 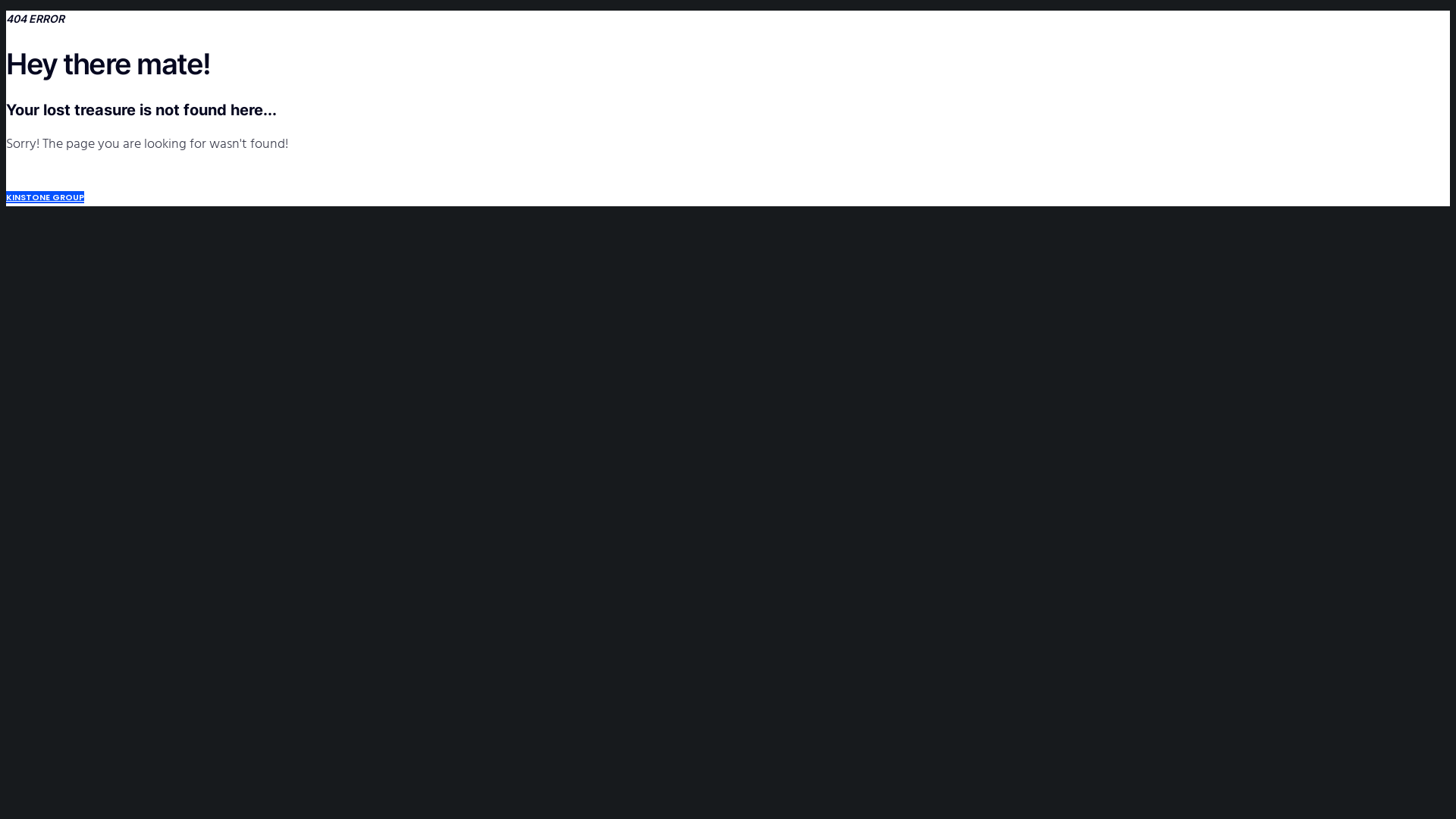 What do you see at coordinates (45, 196) in the screenshot?
I see `'KINSTONE GROUP'` at bounding box center [45, 196].